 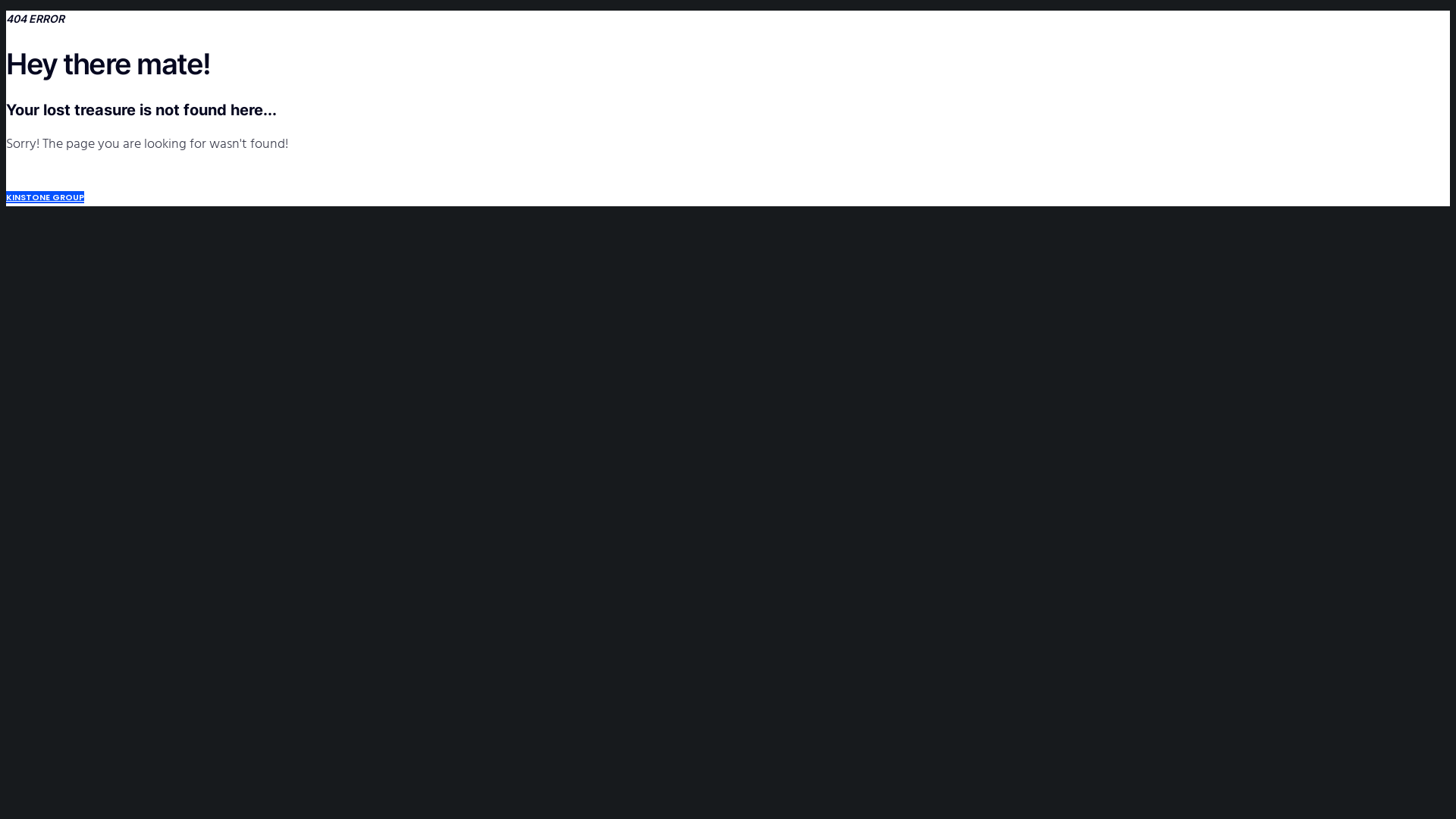 What do you see at coordinates (45, 196) in the screenshot?
I see `'KINSTONE GROUP'` at bounding box center [45, 196].